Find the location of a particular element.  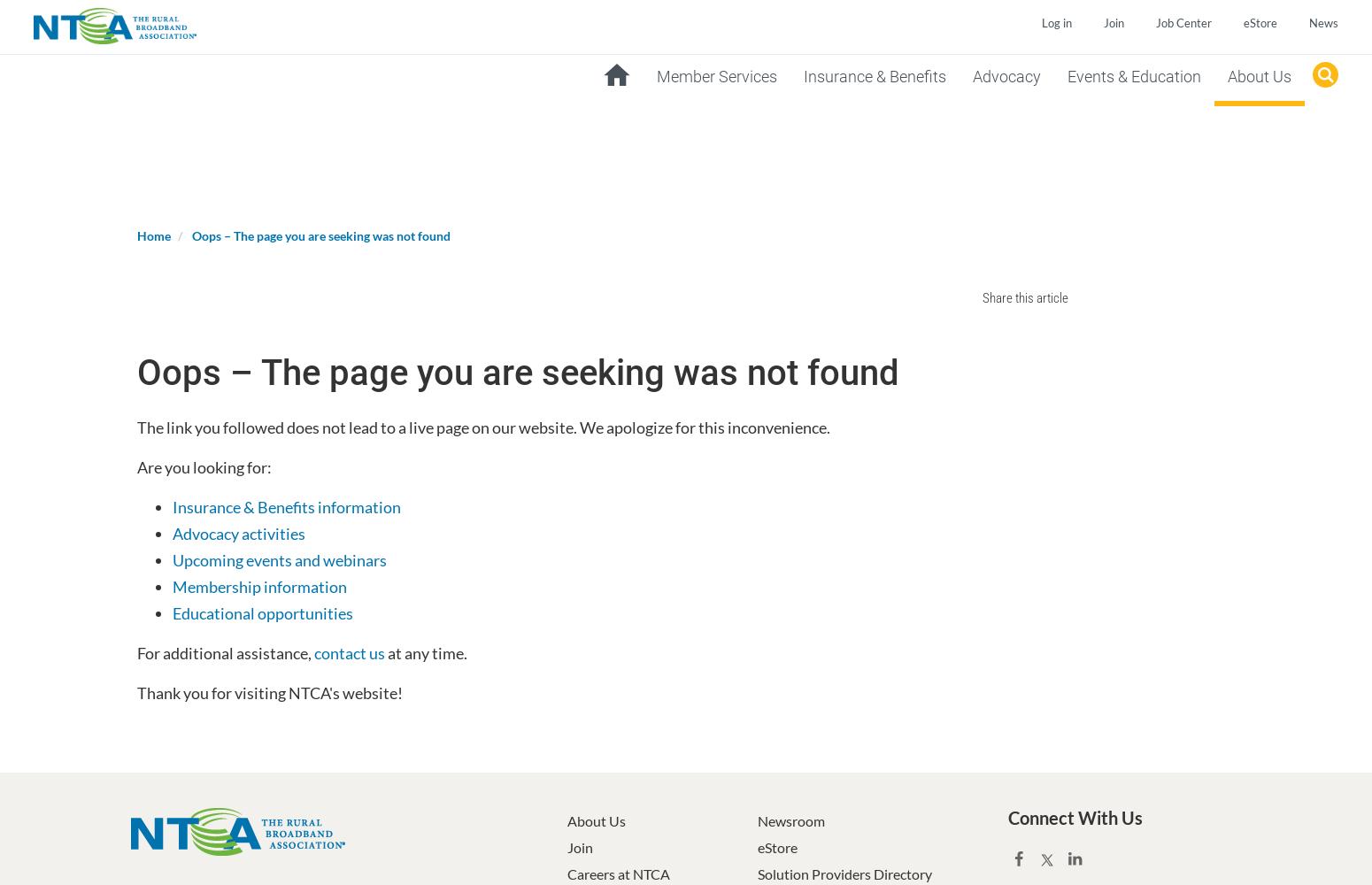

'Upcoming events and webinars' is located at coordinates (279, 560).